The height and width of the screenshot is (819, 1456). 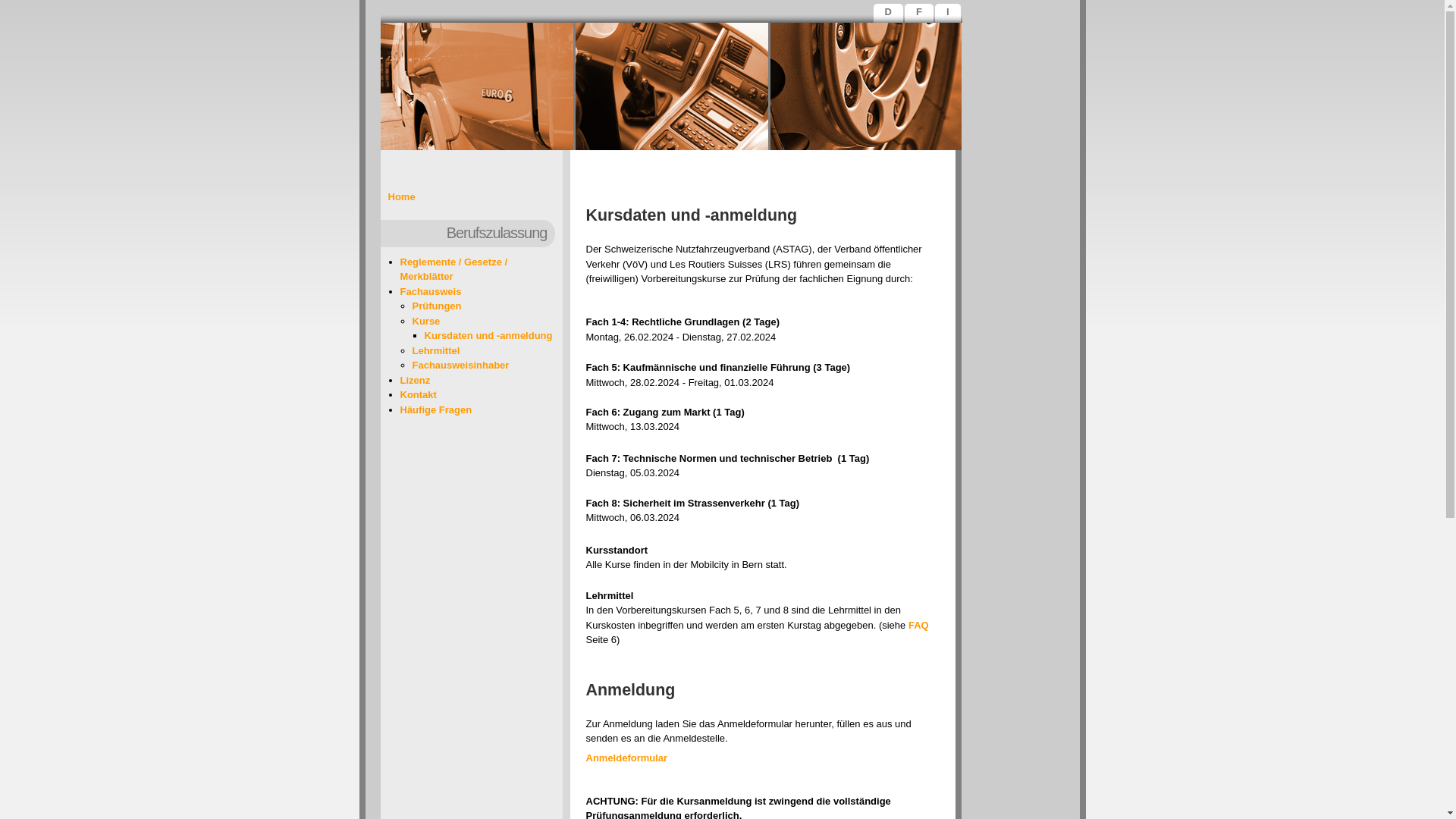 What do you see at coordinates (460, 365) in the screenshot?
I see `'Fachausweisinhaber'` at bounding box center [460, 365].